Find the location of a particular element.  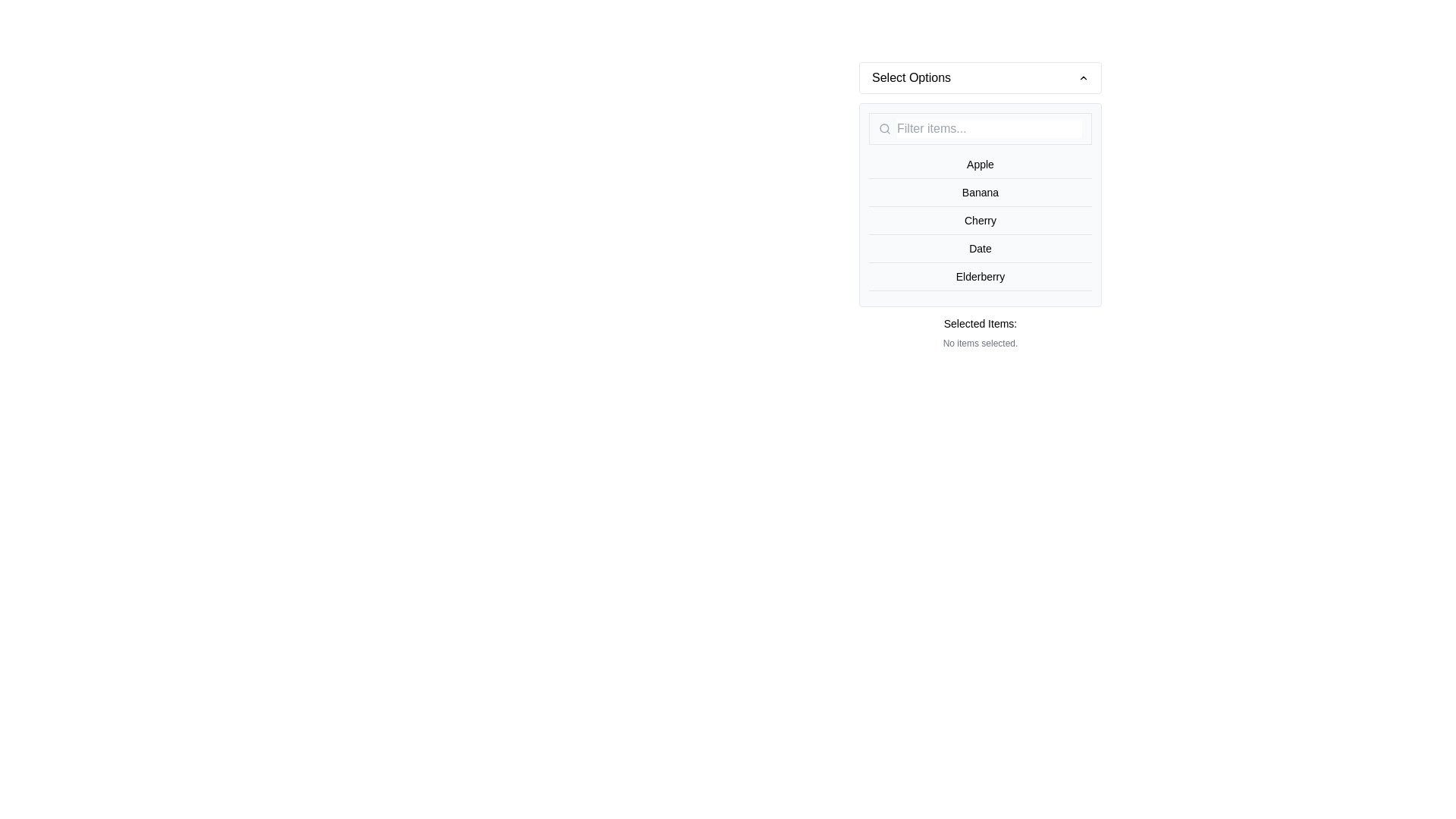

the search bar input area to focus, which is located in the upper section of the dropdown box below the dropdown title is located at coordinates (980, 127).